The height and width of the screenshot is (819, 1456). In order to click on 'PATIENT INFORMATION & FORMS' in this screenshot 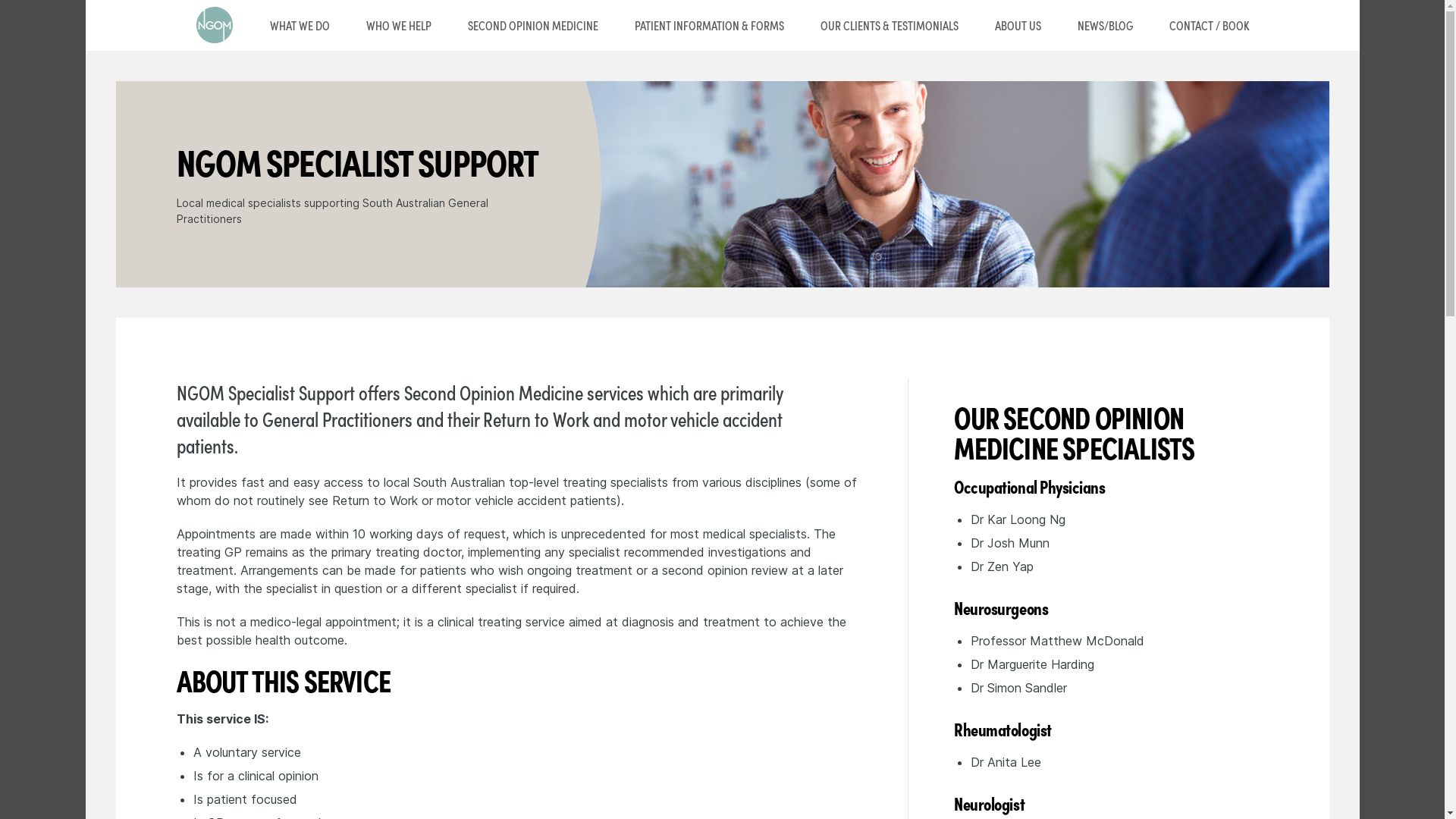, I will do `click(615, 25)`.